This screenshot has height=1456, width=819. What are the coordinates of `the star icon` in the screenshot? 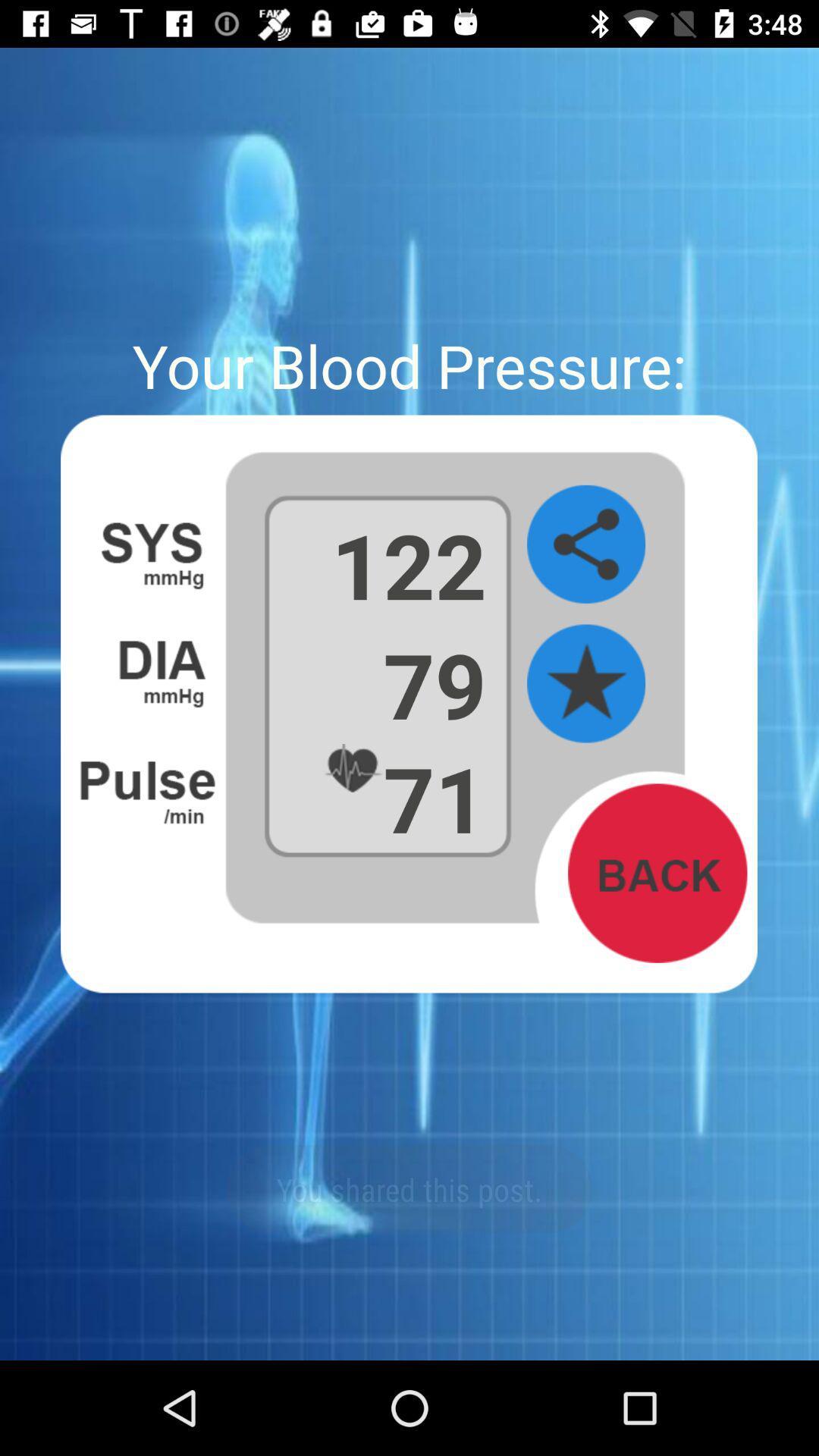 It's located at (585, 683).